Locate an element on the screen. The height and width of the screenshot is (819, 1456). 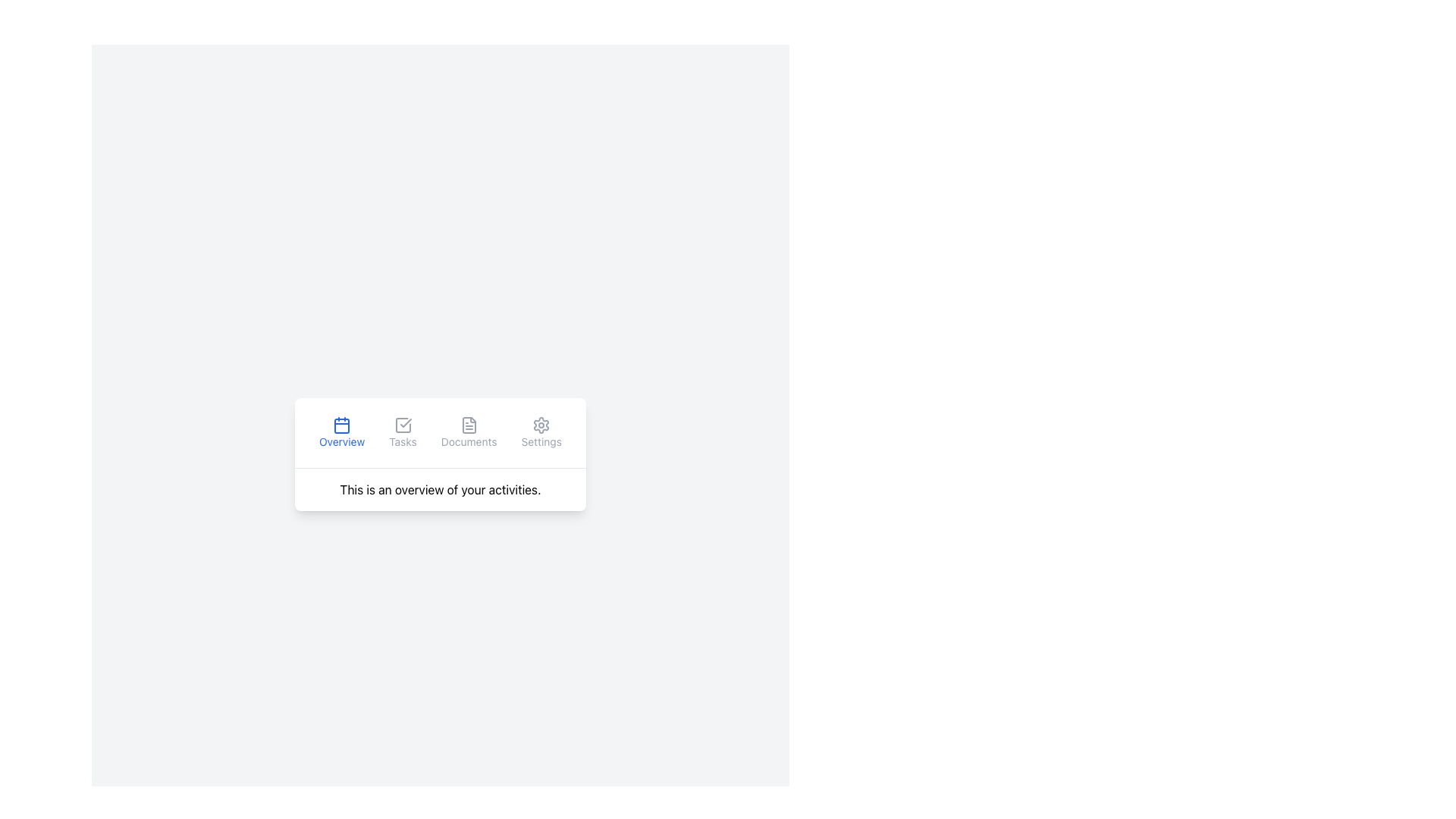
the settings button, which features a gray gear icon above the label 'Settings' is located at coordinates (541, 432).